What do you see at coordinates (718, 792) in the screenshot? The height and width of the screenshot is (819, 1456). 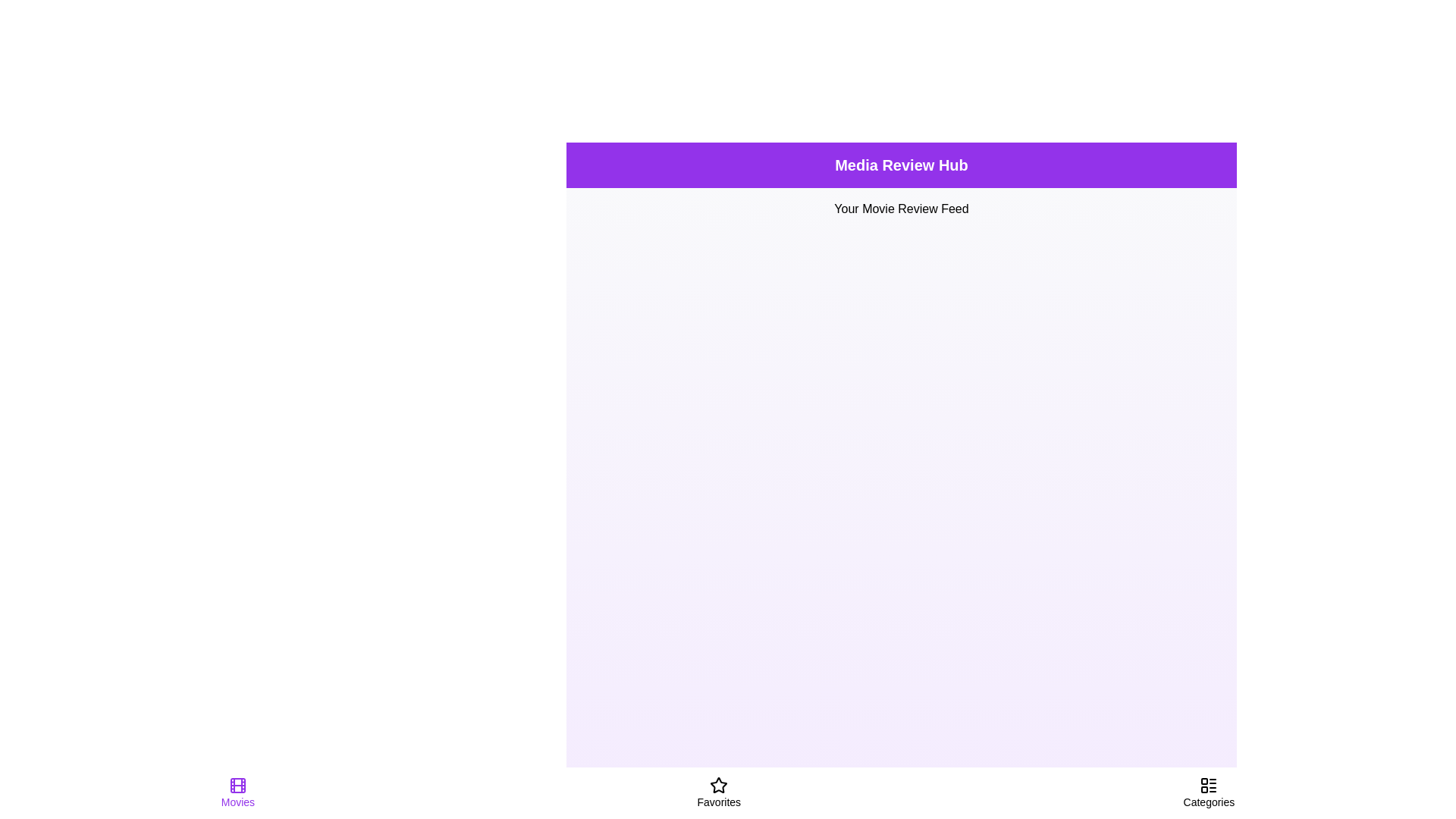 I see `the 'Favorites' button in the bottom navigation bar, which features a star icon and a text label below it` at bounding box center [718, 792].